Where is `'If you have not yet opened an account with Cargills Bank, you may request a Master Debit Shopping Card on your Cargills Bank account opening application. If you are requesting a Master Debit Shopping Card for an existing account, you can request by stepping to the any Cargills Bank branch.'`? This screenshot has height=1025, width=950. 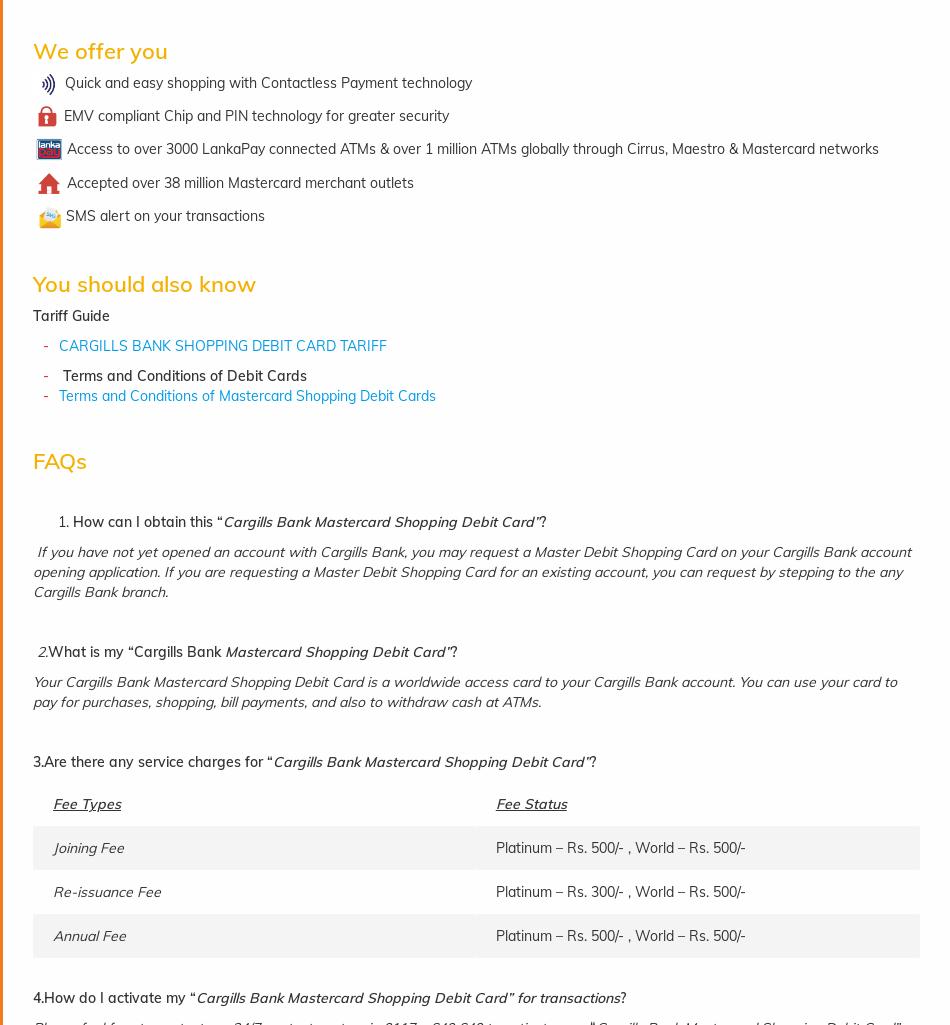
'If you have not yet opened an account with Cargills Bank, you may request a Master Debit Shopping Card on your Cargills Bank account opening application. If you are requesting a Master Debit Shopping Card for an existing account, you can request by stepping to the any Cargills Bank branch.' is located at coordinates (470, 571).